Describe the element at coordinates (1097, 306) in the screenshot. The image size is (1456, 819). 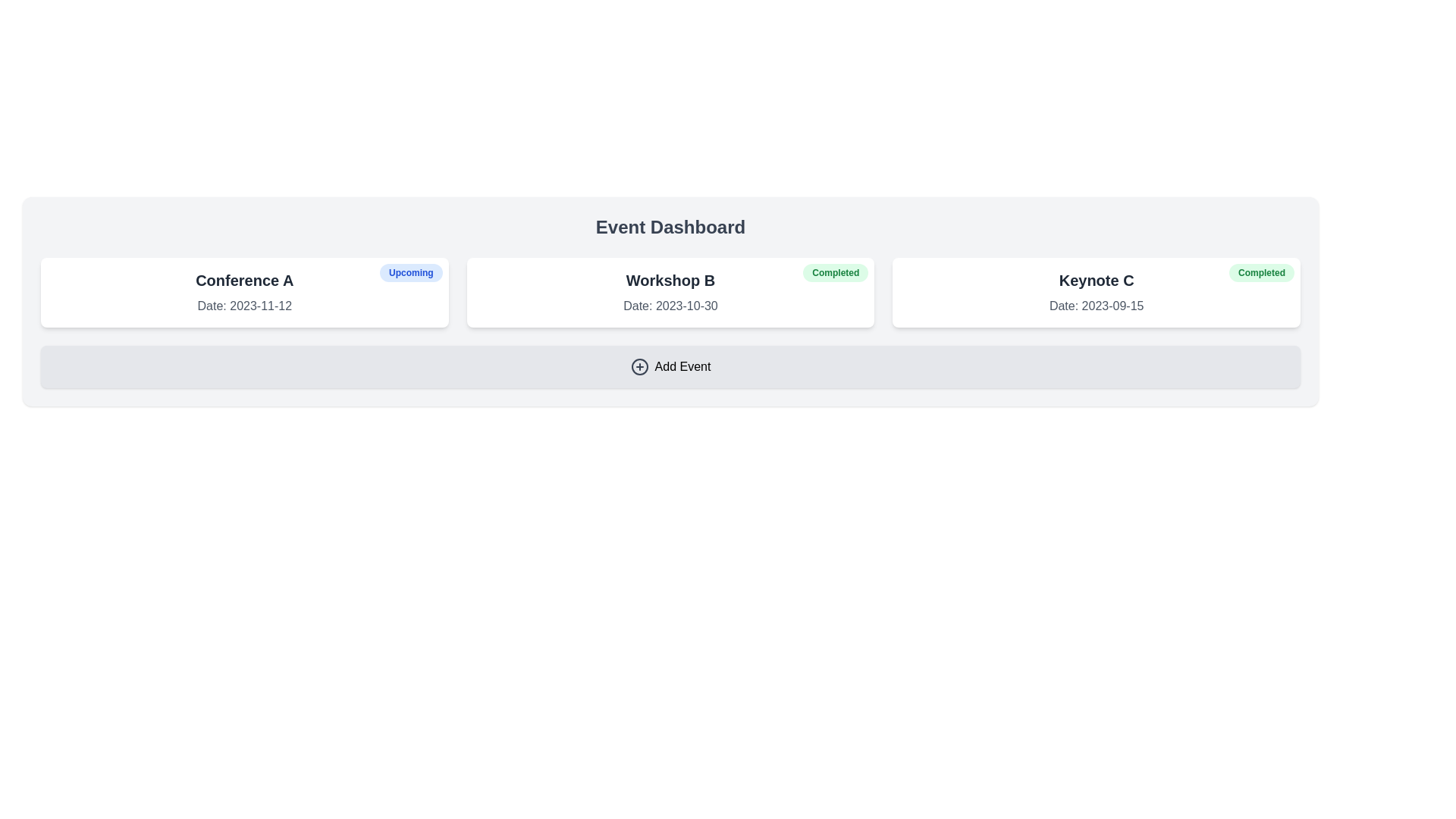
I see `the Text label displaying 'Date: 2023-09-15' within the 'Keynote C' card, located below the title of the card` at that location.